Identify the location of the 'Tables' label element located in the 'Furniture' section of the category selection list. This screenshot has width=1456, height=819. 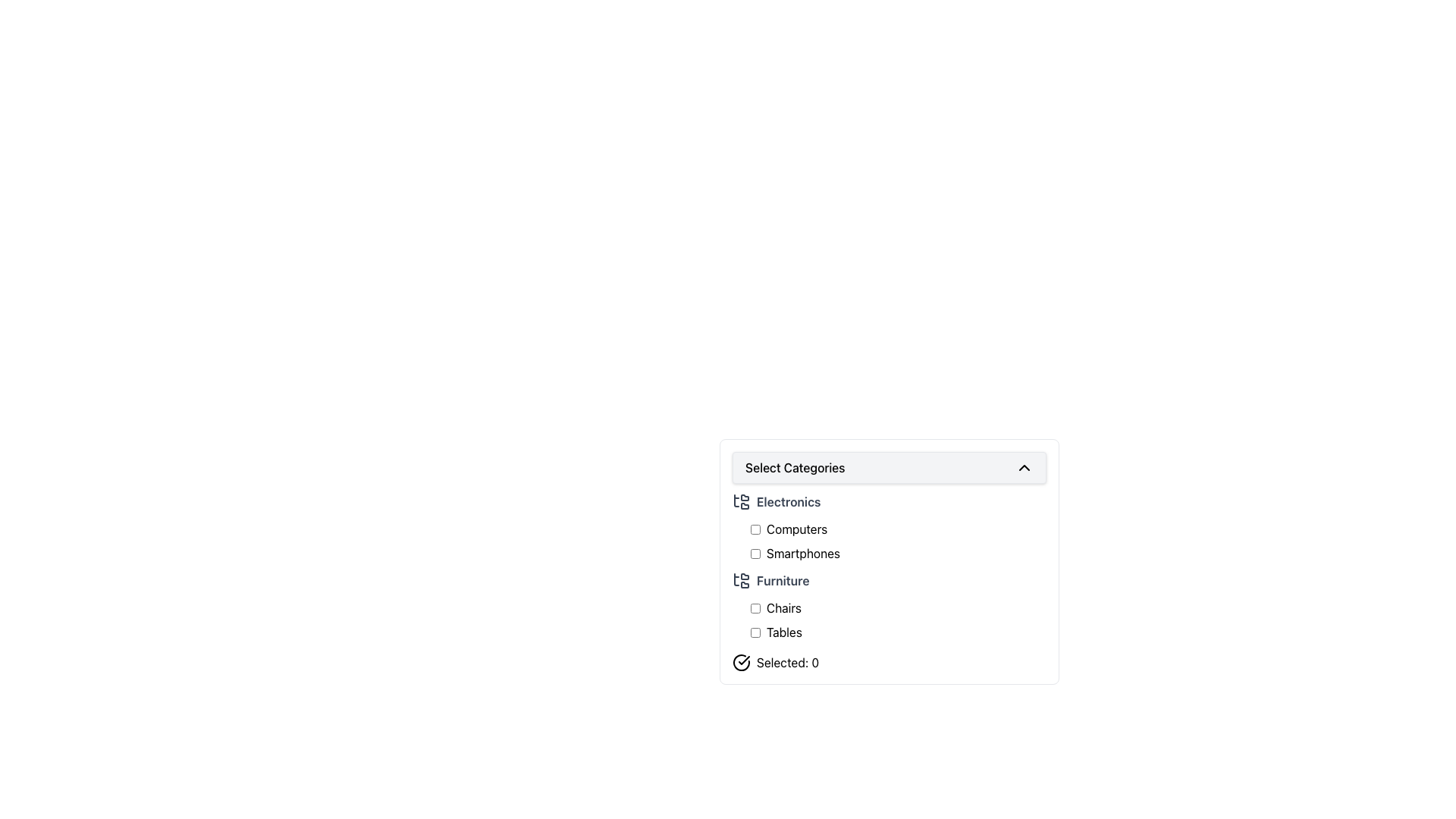
(784, 632).